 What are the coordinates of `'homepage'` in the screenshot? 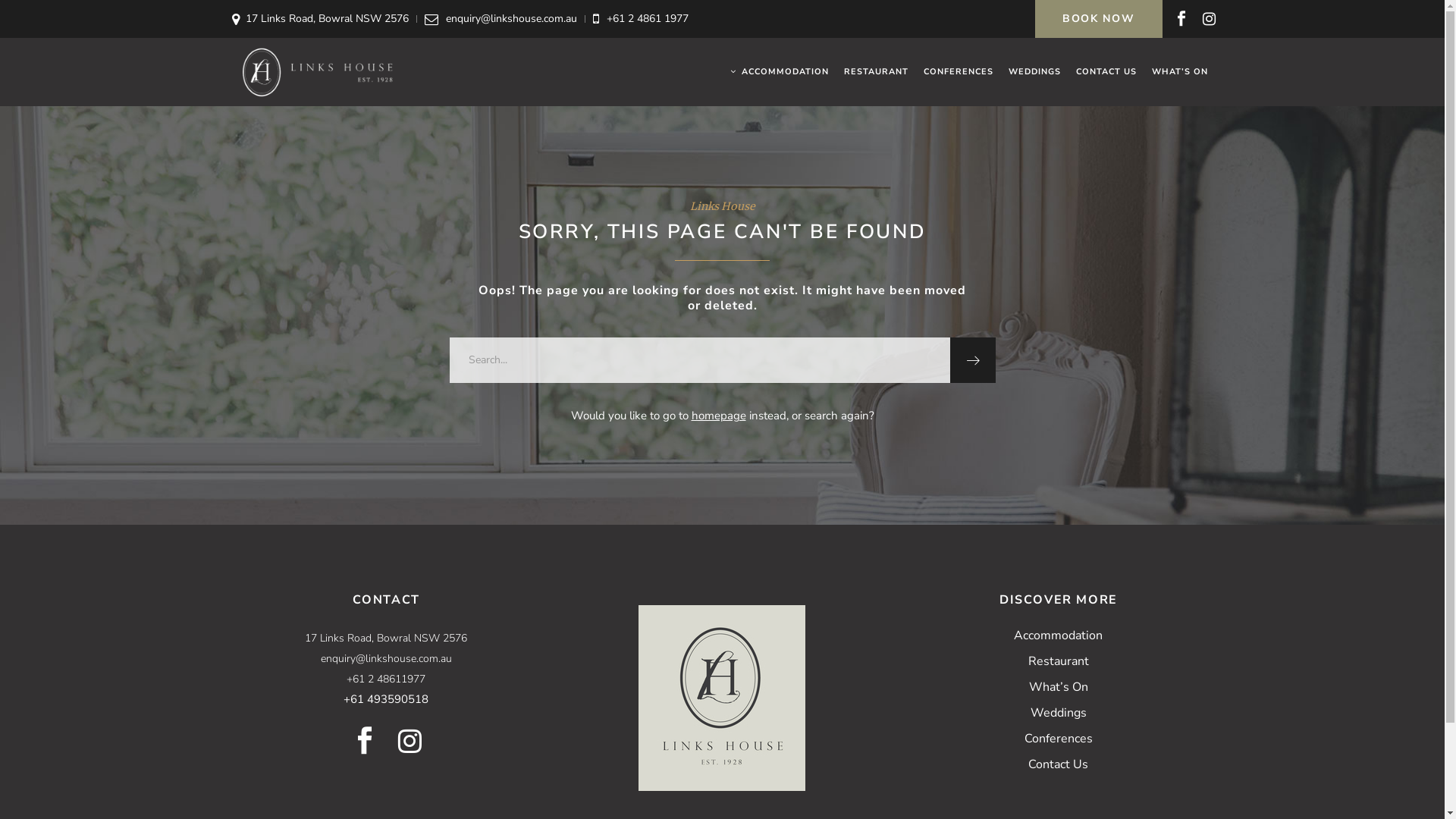 It's located at (691, 415).